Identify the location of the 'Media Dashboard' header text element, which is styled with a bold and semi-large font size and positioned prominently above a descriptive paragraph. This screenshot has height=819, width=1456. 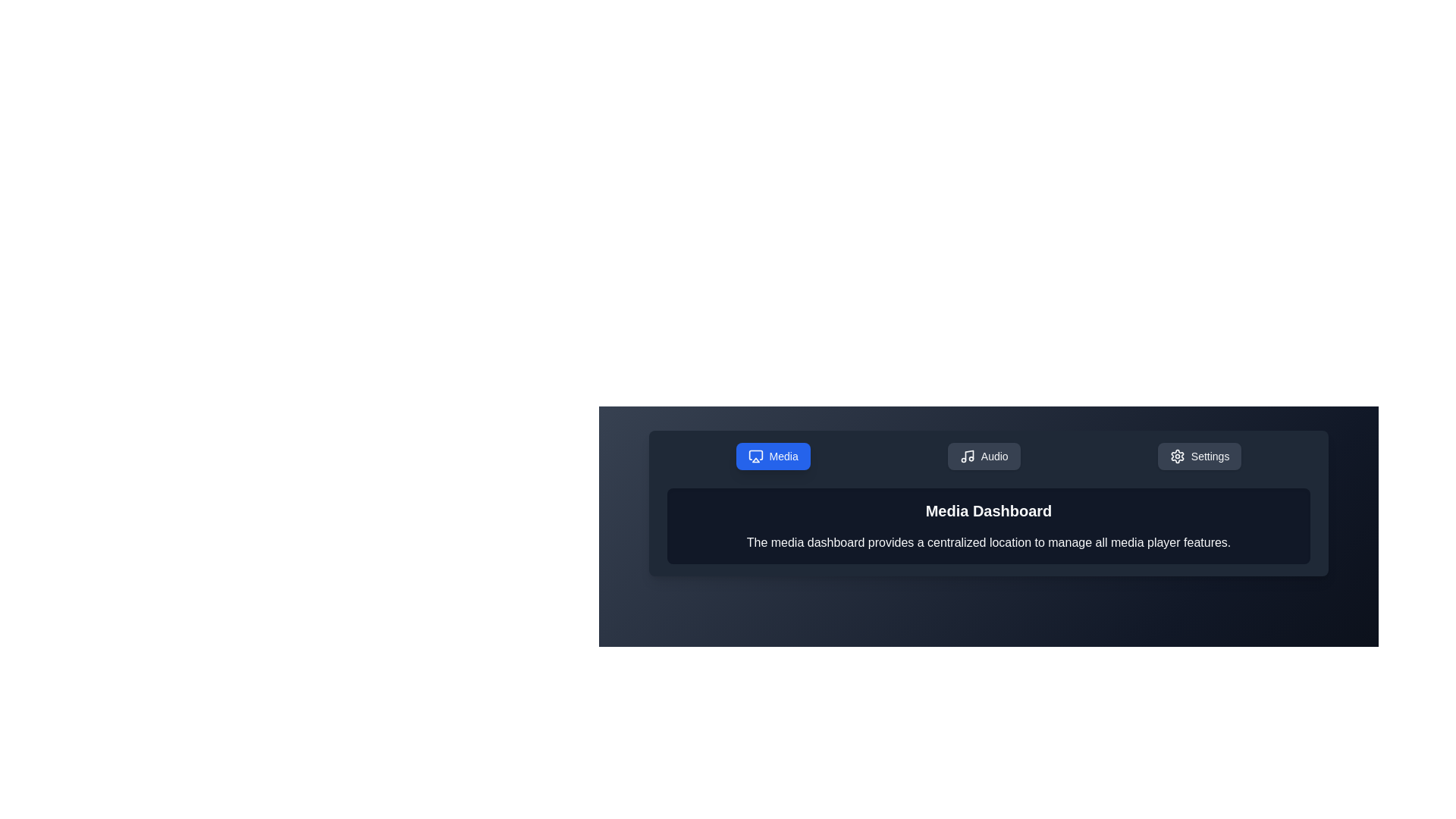
(989, 511).